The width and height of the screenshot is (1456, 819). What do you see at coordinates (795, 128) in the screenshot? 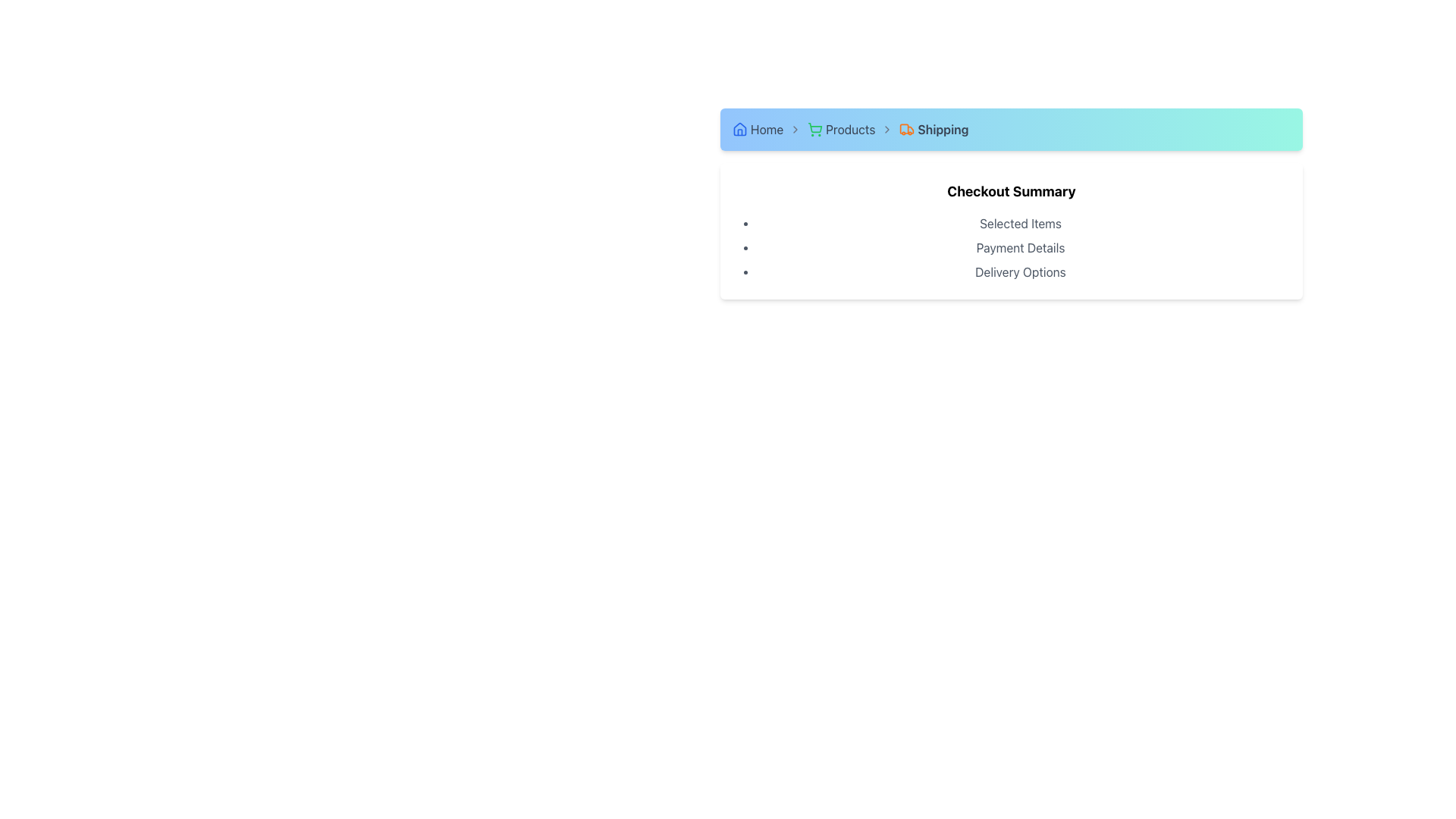
I see `the right-pointing chevron arrow icon in the breadcrumb navigation bar, located between the 'Home' and 'Products' links` at bounding box center [795, 128].